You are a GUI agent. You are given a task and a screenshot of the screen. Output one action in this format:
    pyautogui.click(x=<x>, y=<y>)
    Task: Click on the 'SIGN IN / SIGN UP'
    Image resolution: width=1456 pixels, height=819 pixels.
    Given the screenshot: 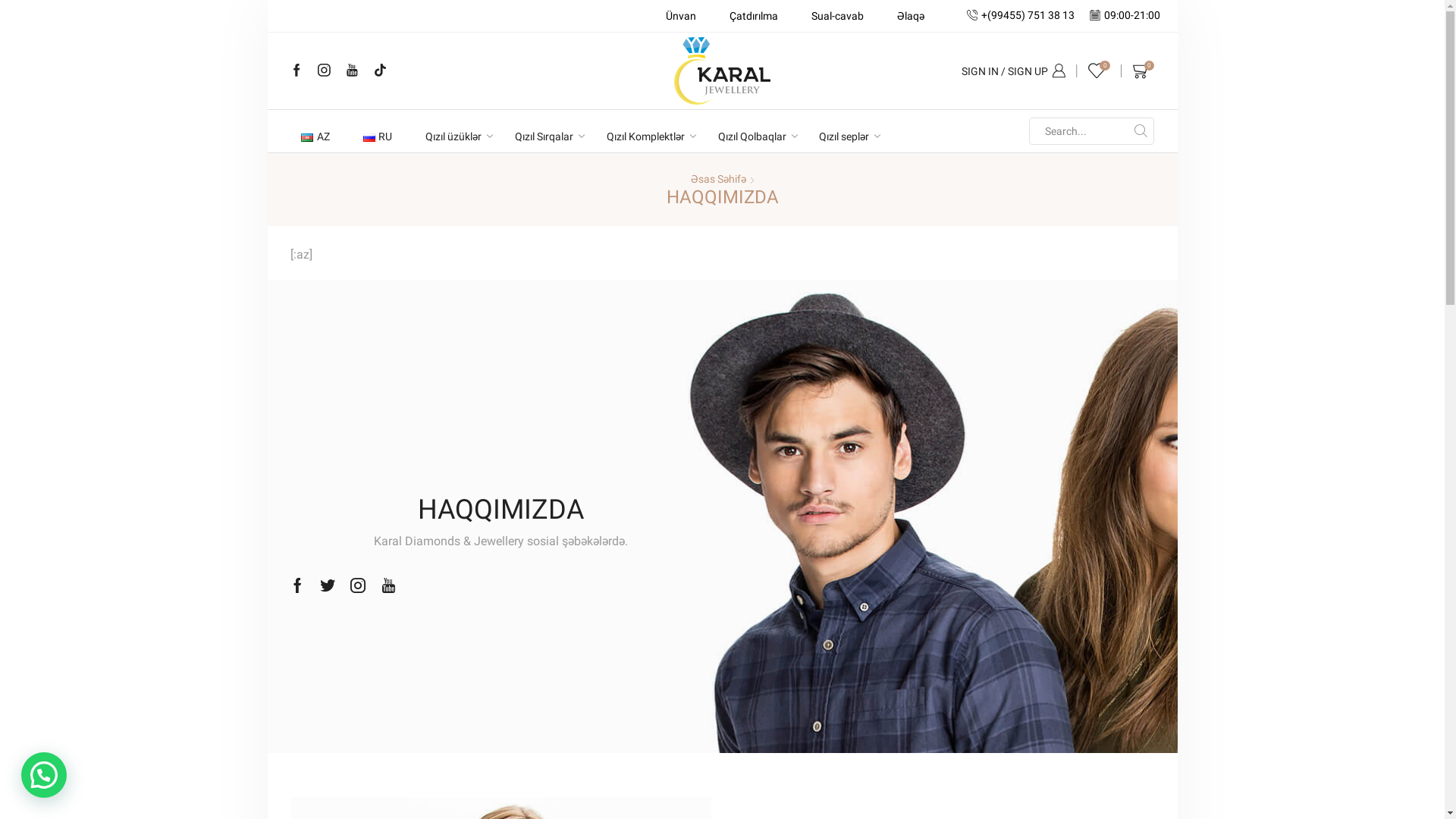 What is the action you would take?
    pyautogui.click(x=1013, y=71)
    